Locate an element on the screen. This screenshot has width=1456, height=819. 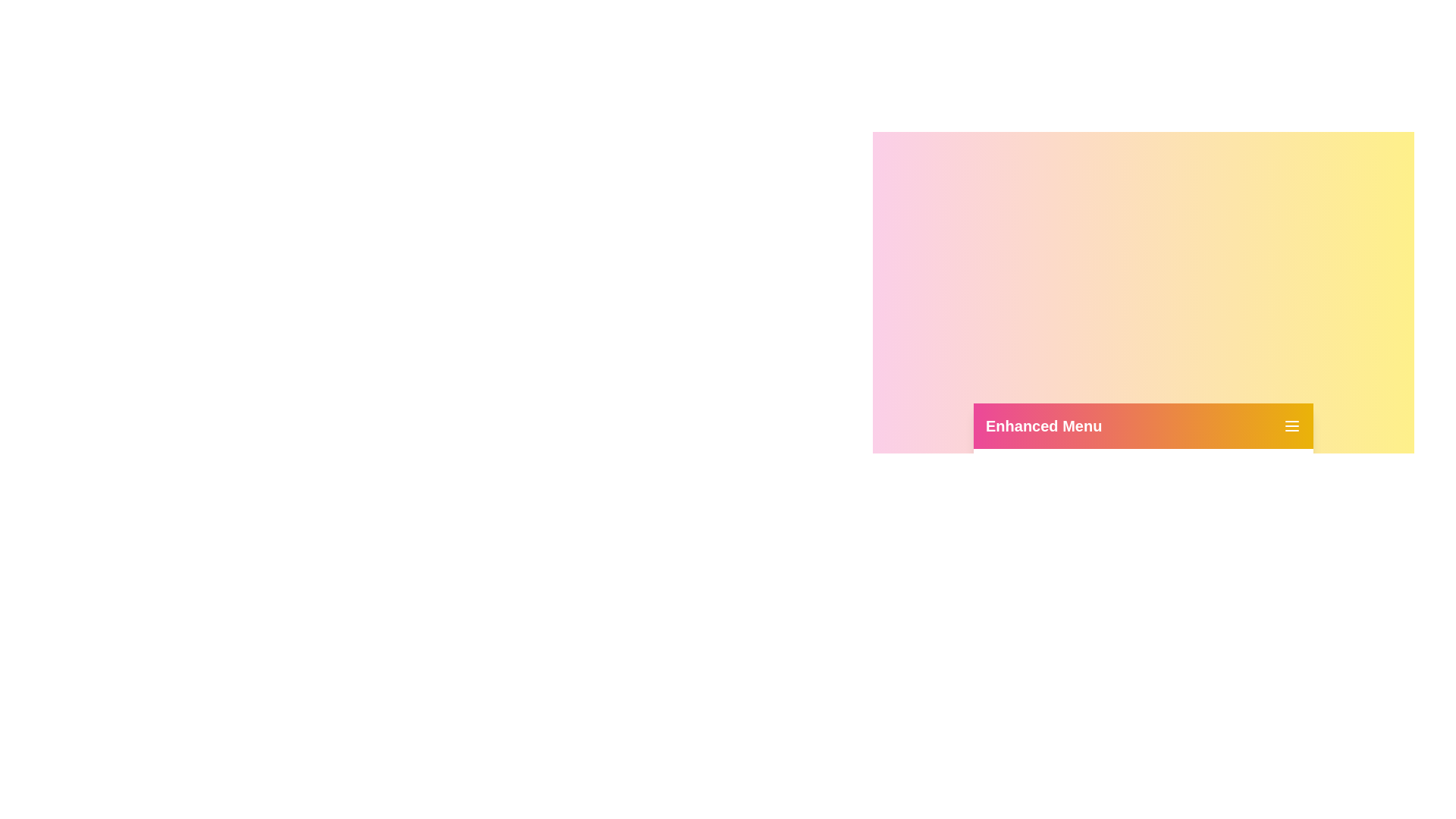
the menu button to toggle the menu visibility is located at coordinates (1291, 426).